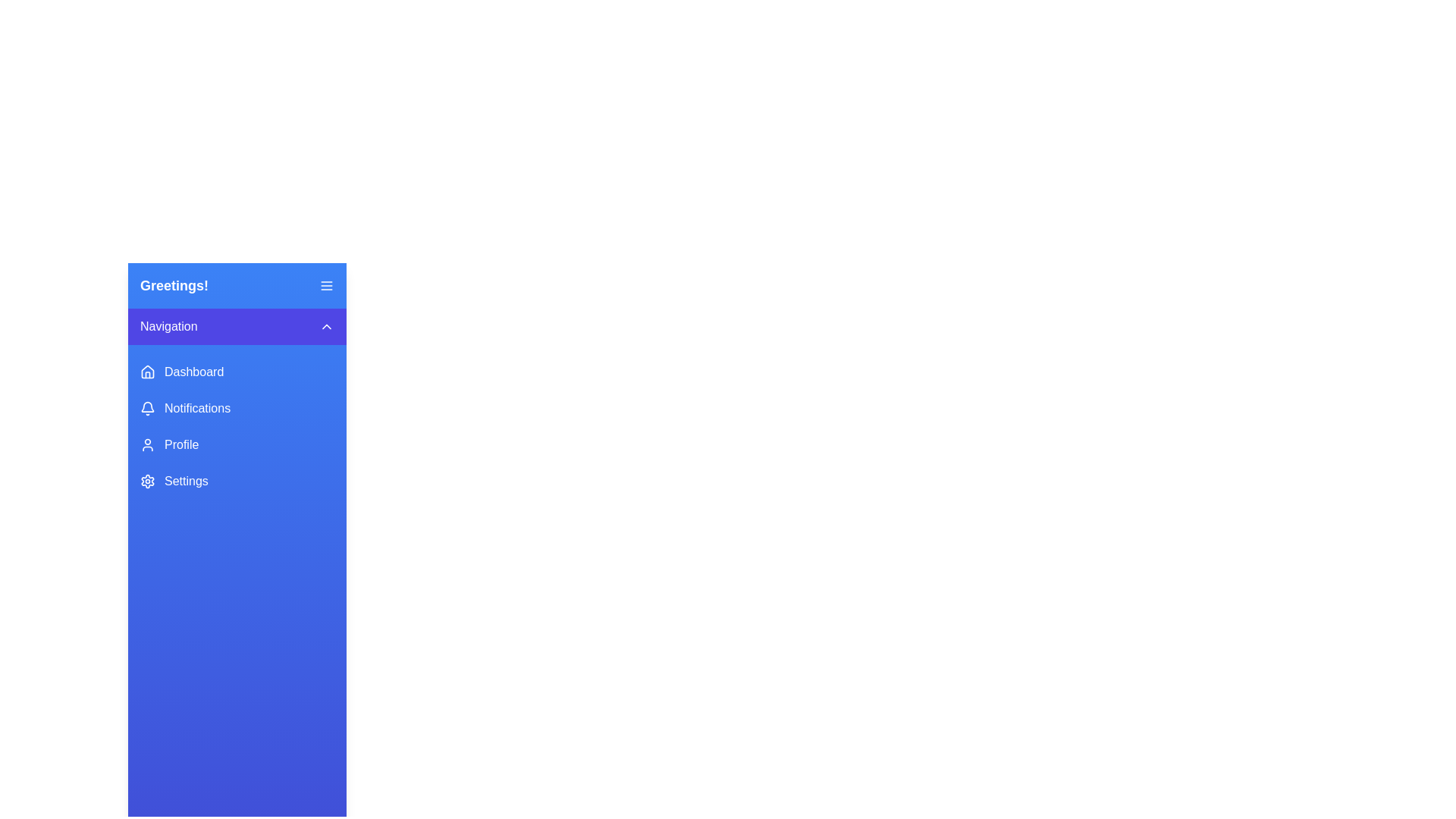  Describe the element at coordinates (236, 482) in the screenshot. I see `the navigation button that accesses the settings section, which is the fourth item in the vertical list of navigation options` at that location.